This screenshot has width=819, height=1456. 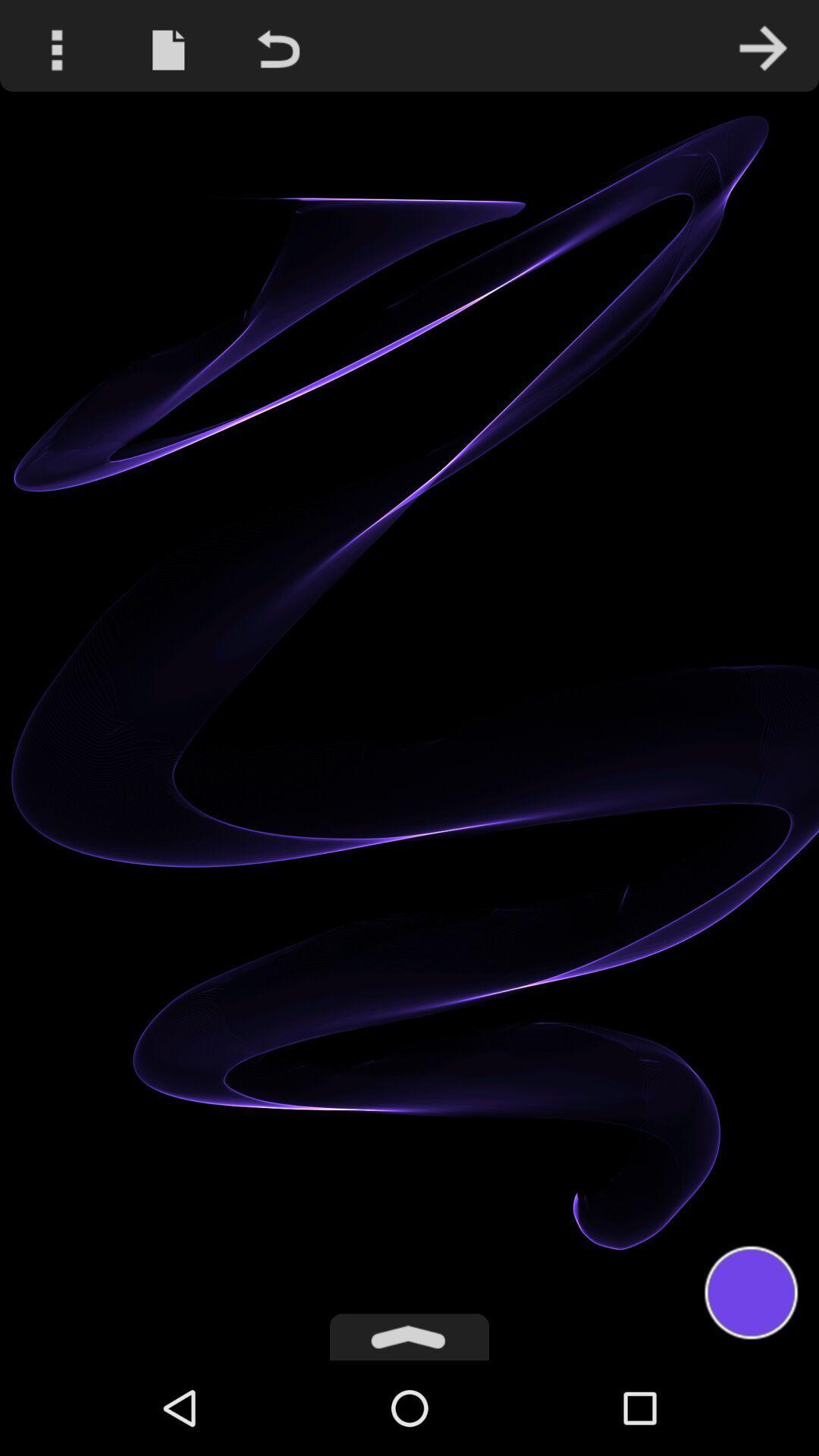 I want to click on the avatar icon, so click(x=751, y=1383).